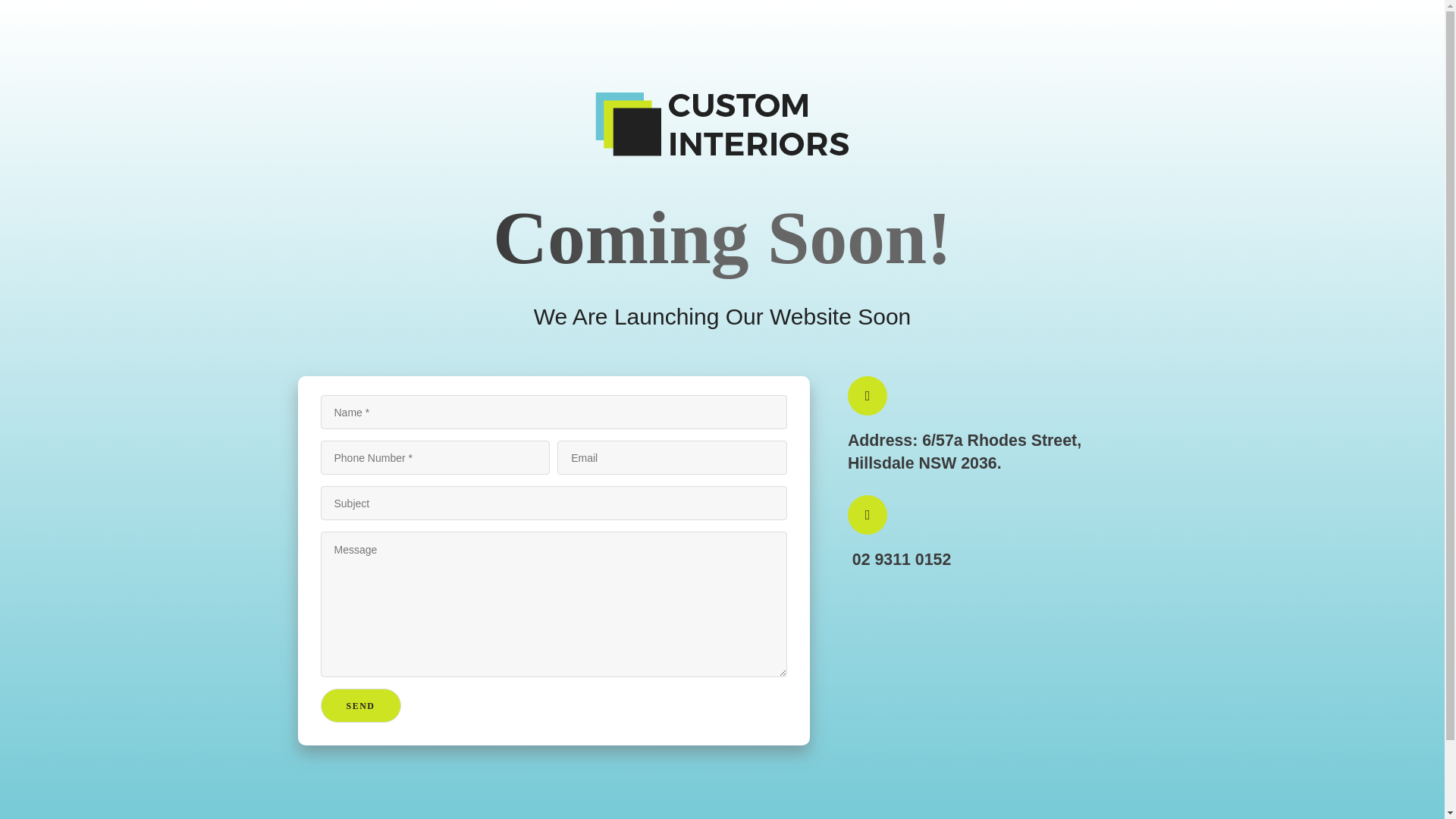  I want to click on ' 02 9311 0152', so click(899, 557).